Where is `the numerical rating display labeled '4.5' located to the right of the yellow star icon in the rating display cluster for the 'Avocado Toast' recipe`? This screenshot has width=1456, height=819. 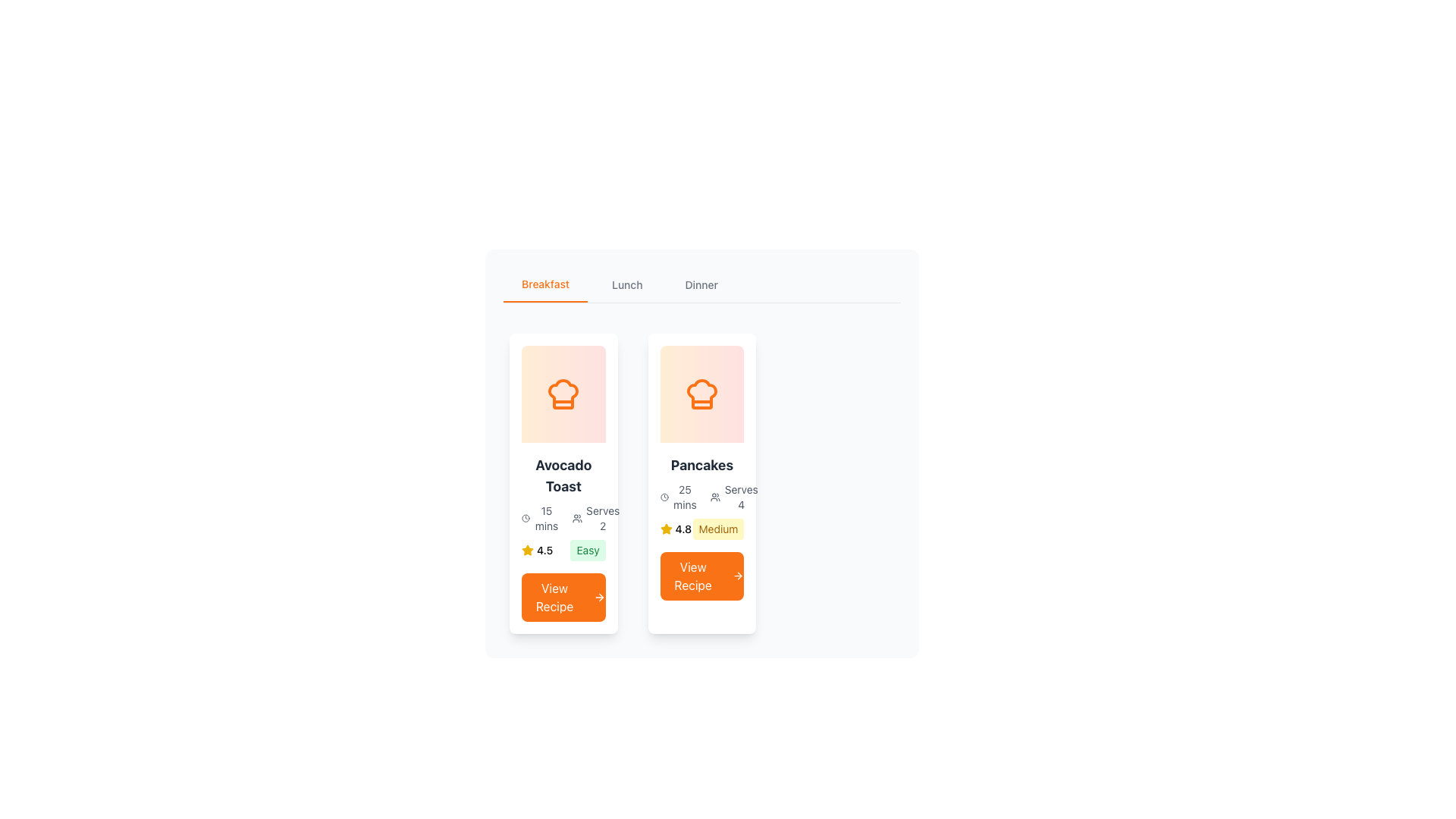
the numerical rating display labeled '4.5' located to the right of the yellow star icon in the rating display cluster for the 'Avocado Toast' recipe is located at coordinates (544, 550).